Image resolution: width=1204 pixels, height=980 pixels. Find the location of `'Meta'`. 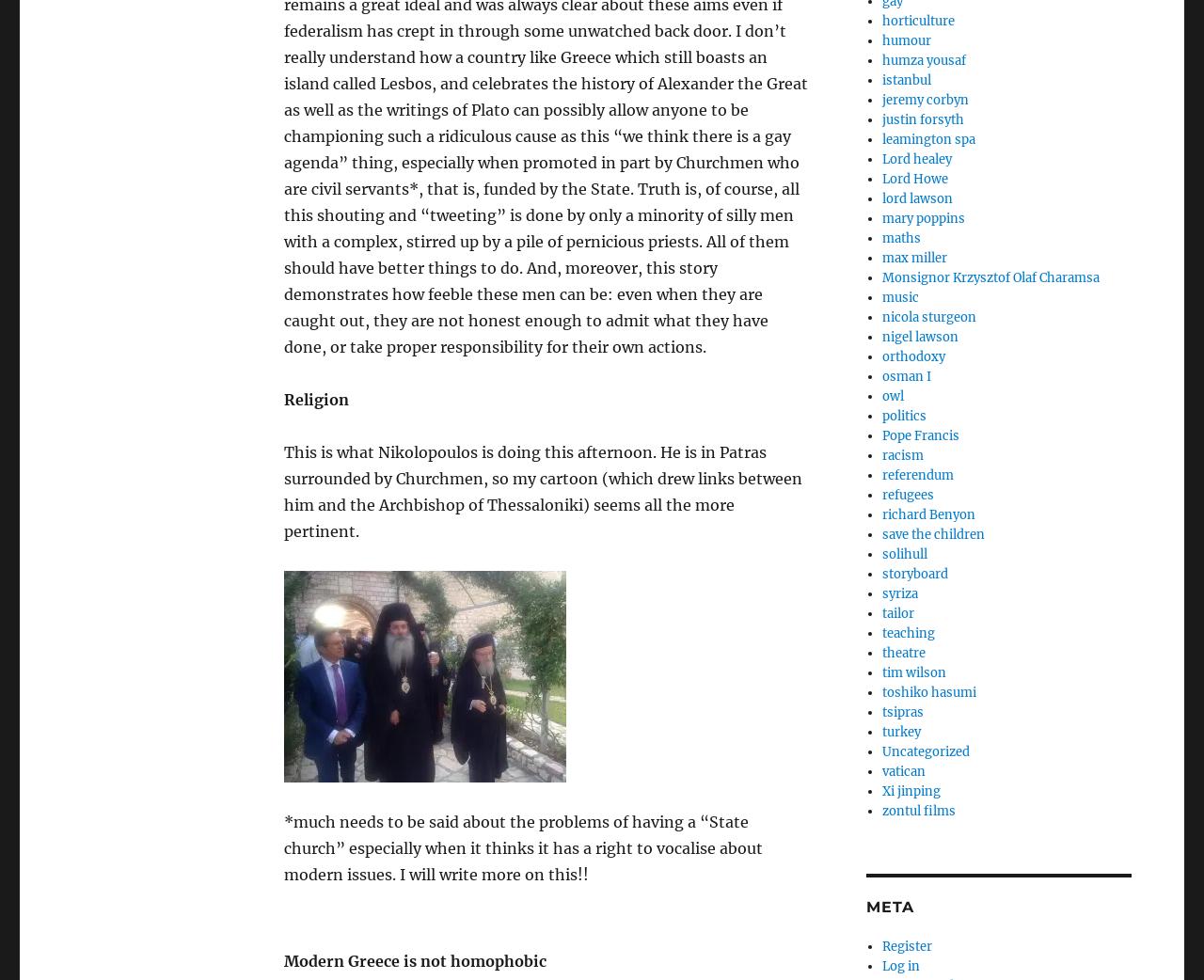

'Meta' is located at coordinates (889, 907).